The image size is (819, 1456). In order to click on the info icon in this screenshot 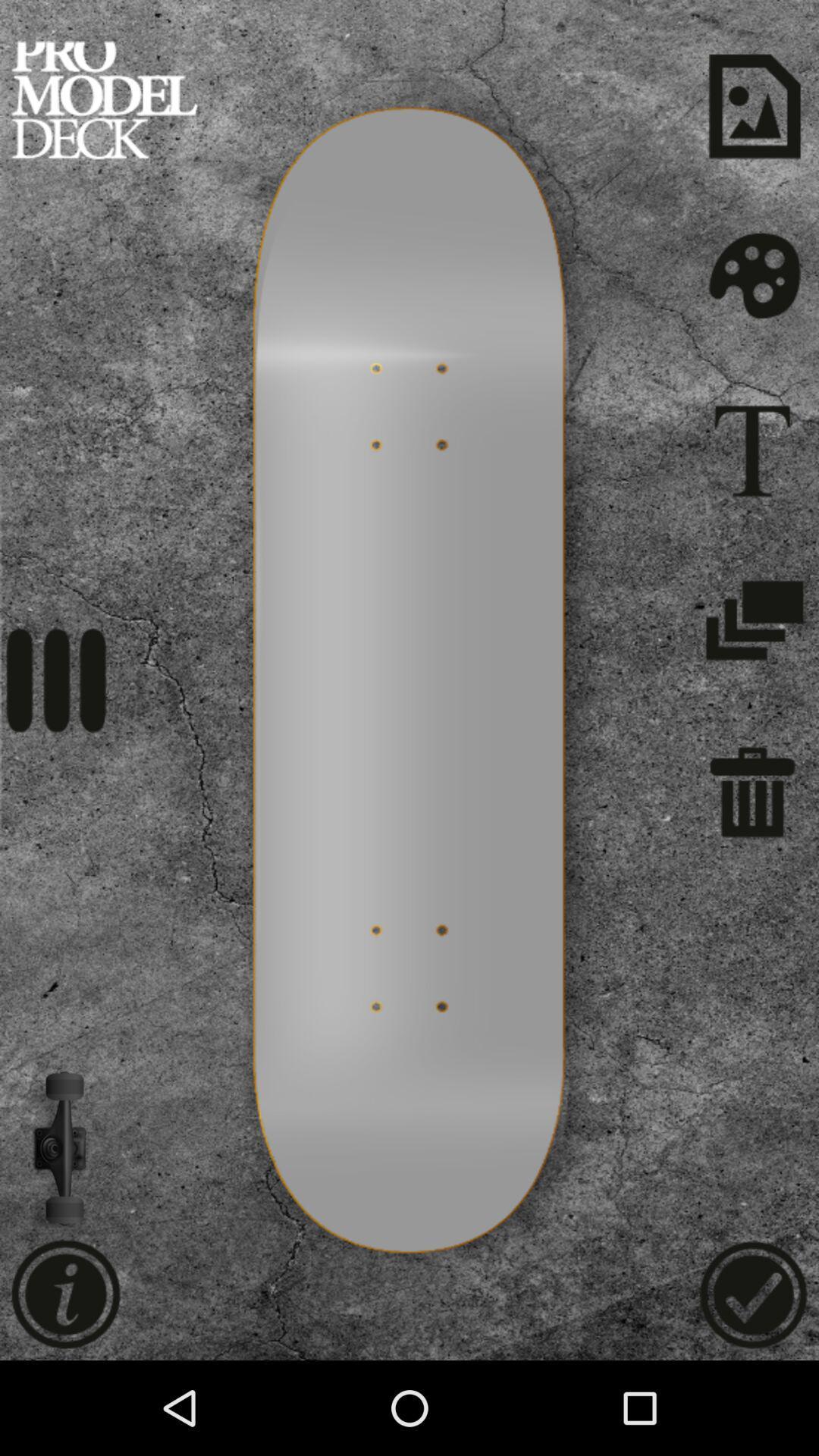, I will do `click(65, 1385)`.